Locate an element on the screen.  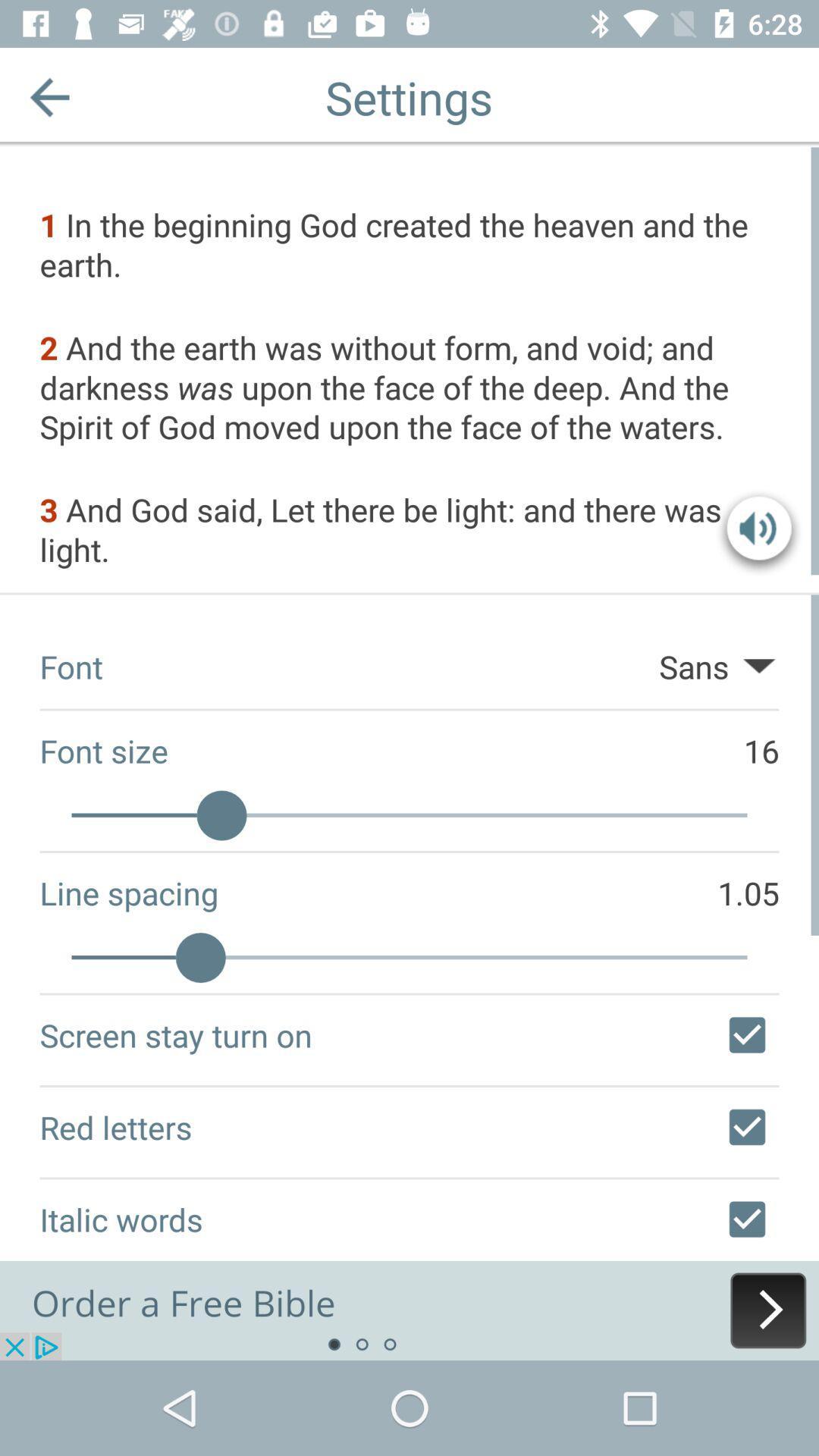
italic words is located at coordinates (746, 1219).